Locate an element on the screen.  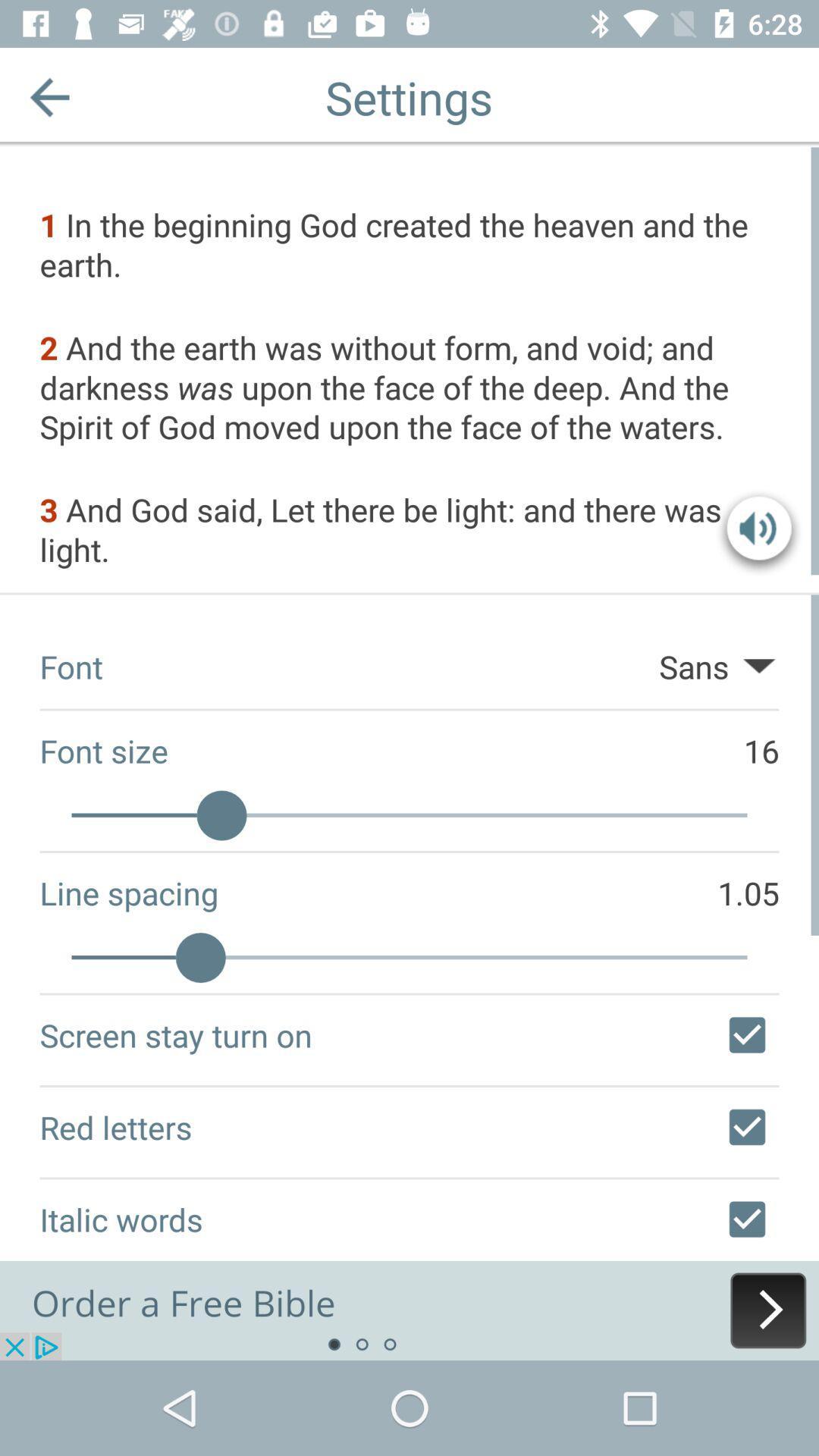
italic words is located at coordinates (746, 1219).